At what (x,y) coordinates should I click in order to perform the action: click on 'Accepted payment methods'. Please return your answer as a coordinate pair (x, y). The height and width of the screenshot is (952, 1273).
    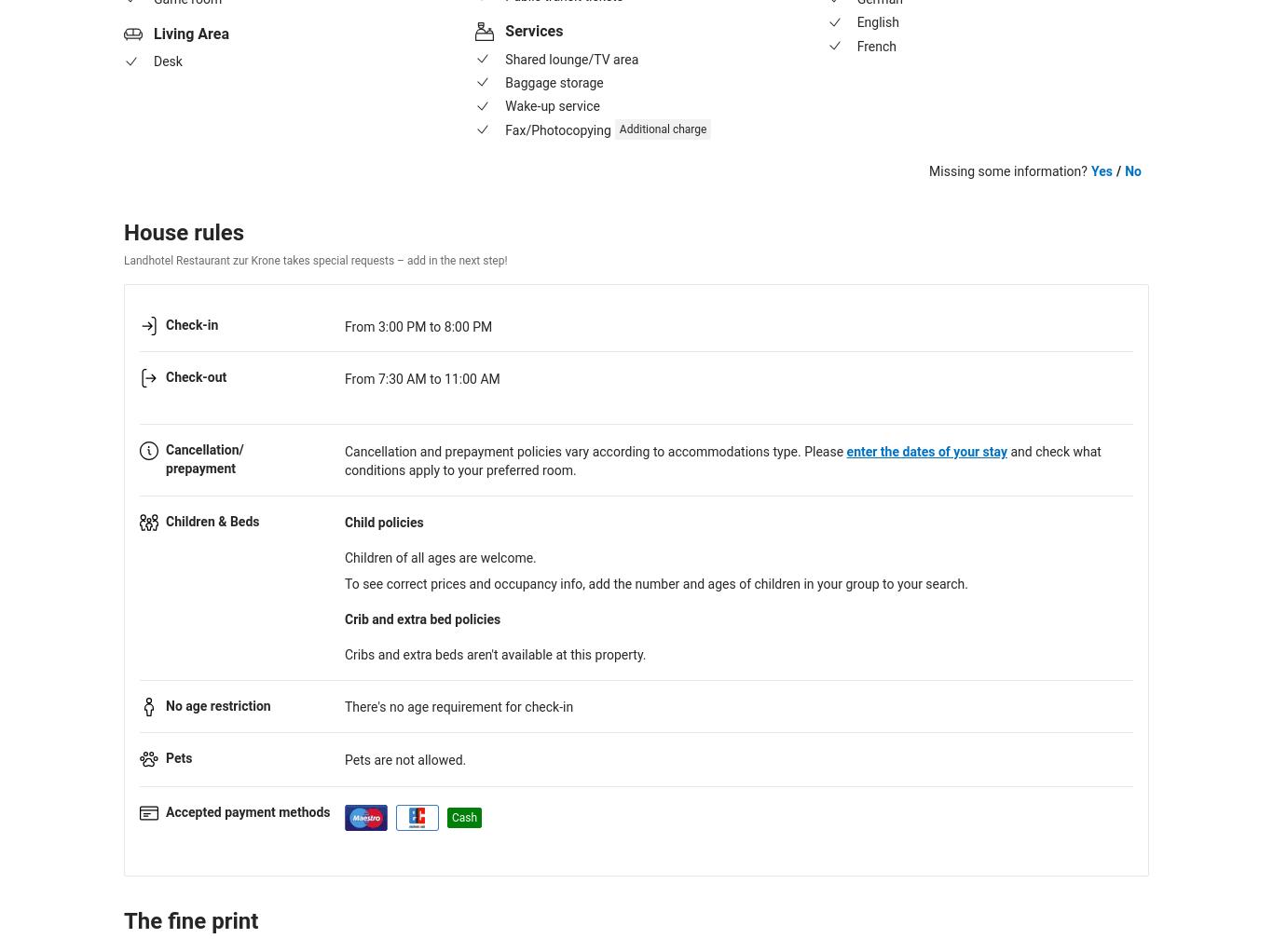
    Looking at the image, I should click on (247, 811).